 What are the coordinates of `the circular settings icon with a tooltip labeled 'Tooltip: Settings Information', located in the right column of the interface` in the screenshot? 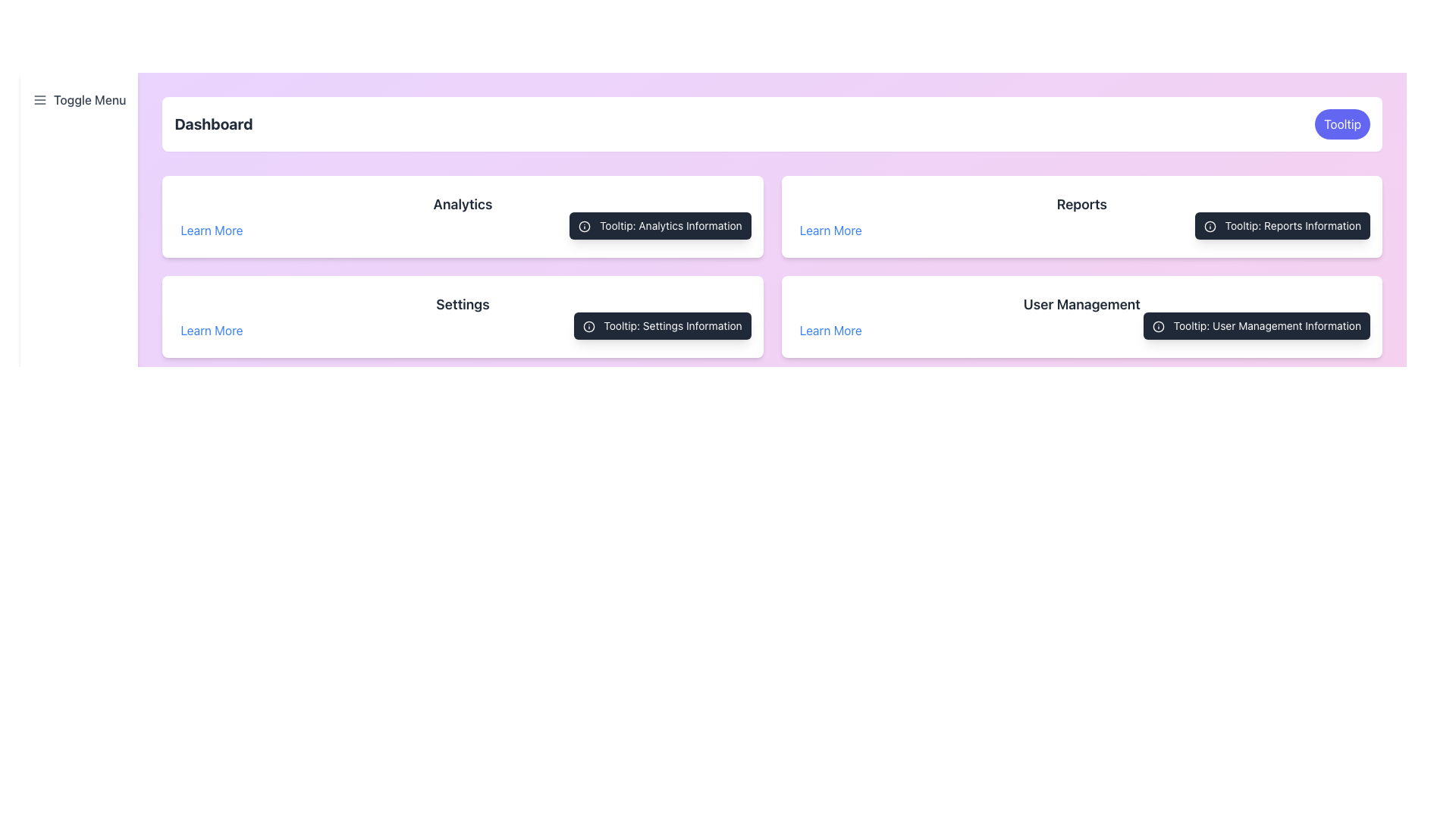 It's located at (588, 326).